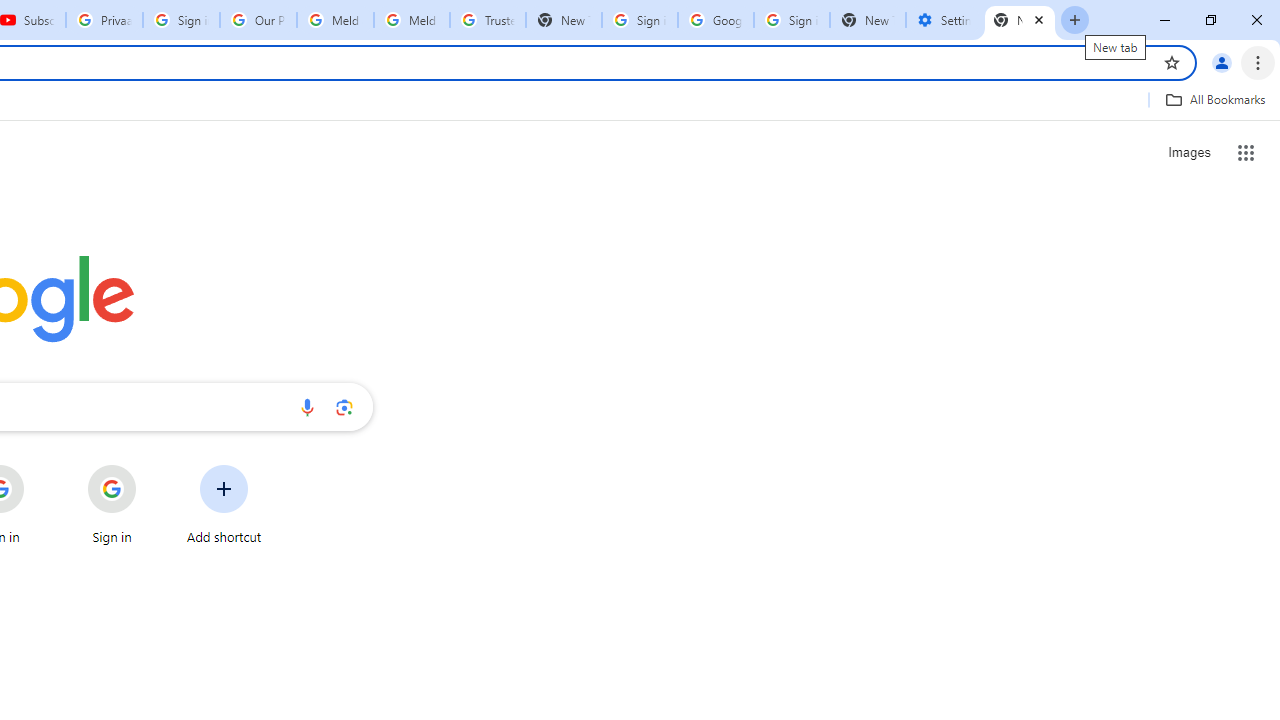  Describe the element at coordinates (1020, 20) in the screenshot. I see `'New Tab'` at that location.